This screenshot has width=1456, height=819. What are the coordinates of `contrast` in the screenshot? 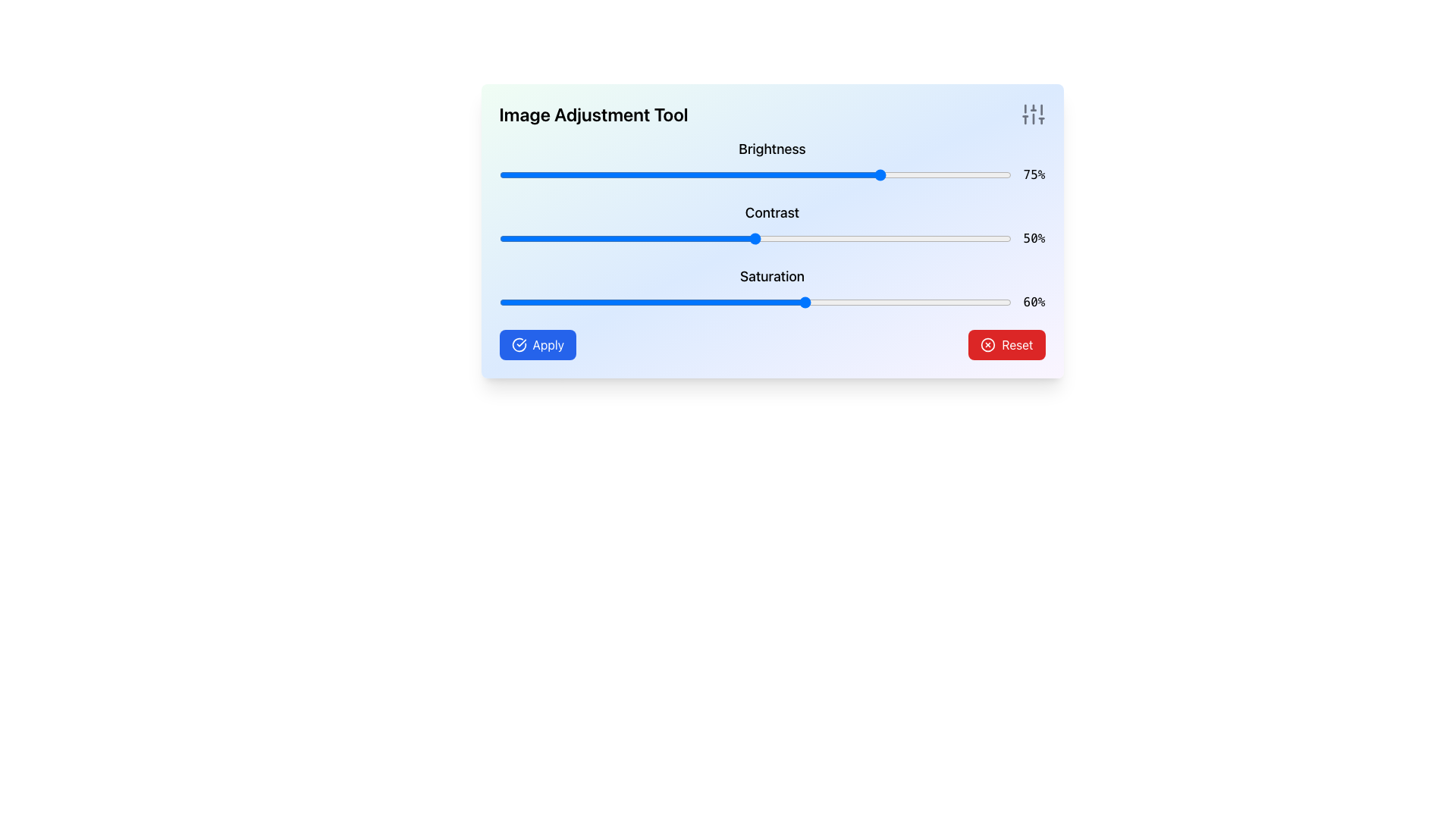 It's located at (708, 239).